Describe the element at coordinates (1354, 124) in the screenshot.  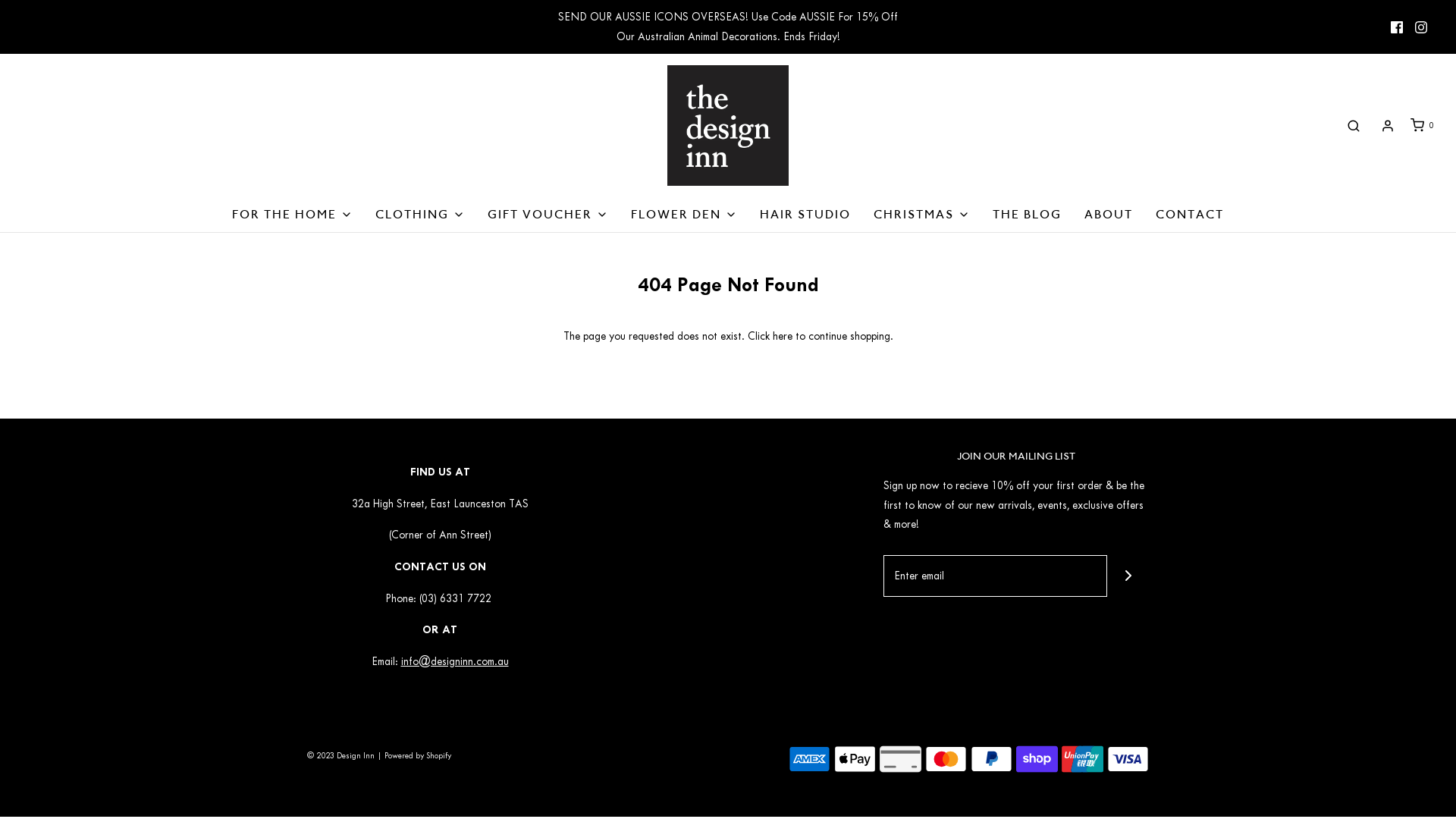
I see `'Search'` at that location.